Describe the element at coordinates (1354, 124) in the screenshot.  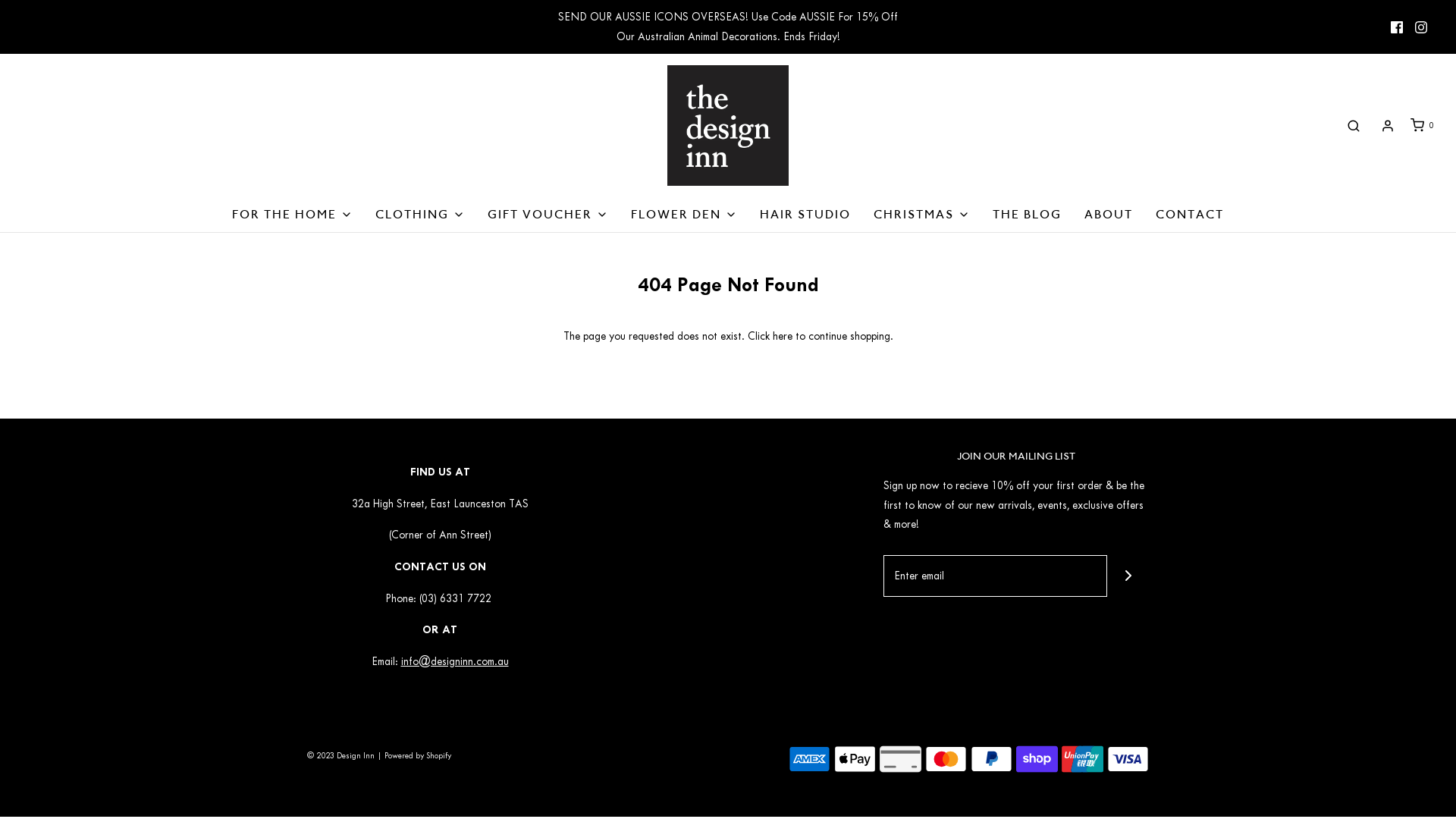
I see `'Search'` at that location.